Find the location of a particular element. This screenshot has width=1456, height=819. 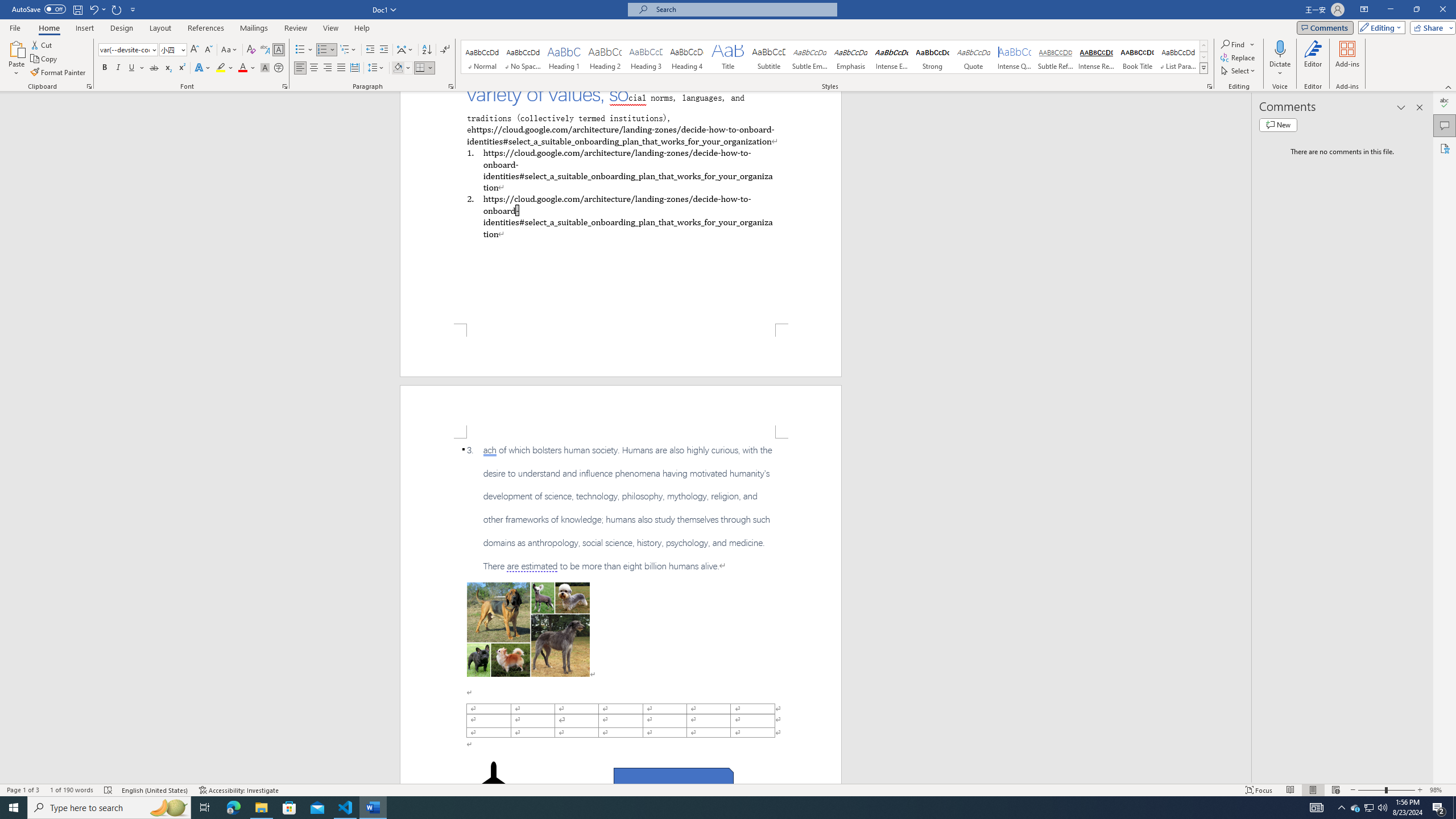

'Zoom' is located at coordinates (1386, 790).